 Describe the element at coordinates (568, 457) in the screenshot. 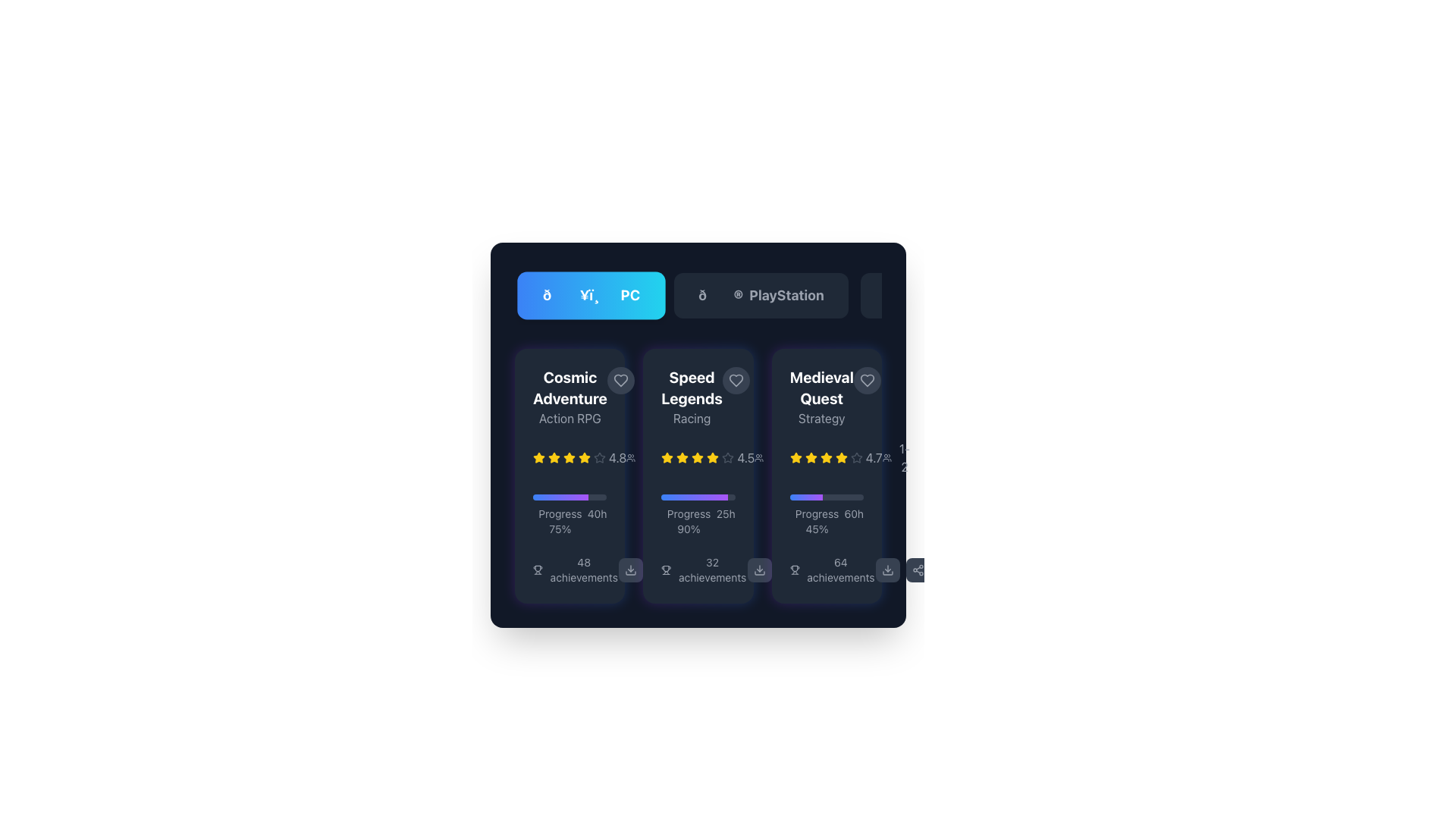

I see `the visual state of the fifth yellow star icon representing rating, located under the 'Cosmic Adventure' card in the first column of a grid layout` at that location.